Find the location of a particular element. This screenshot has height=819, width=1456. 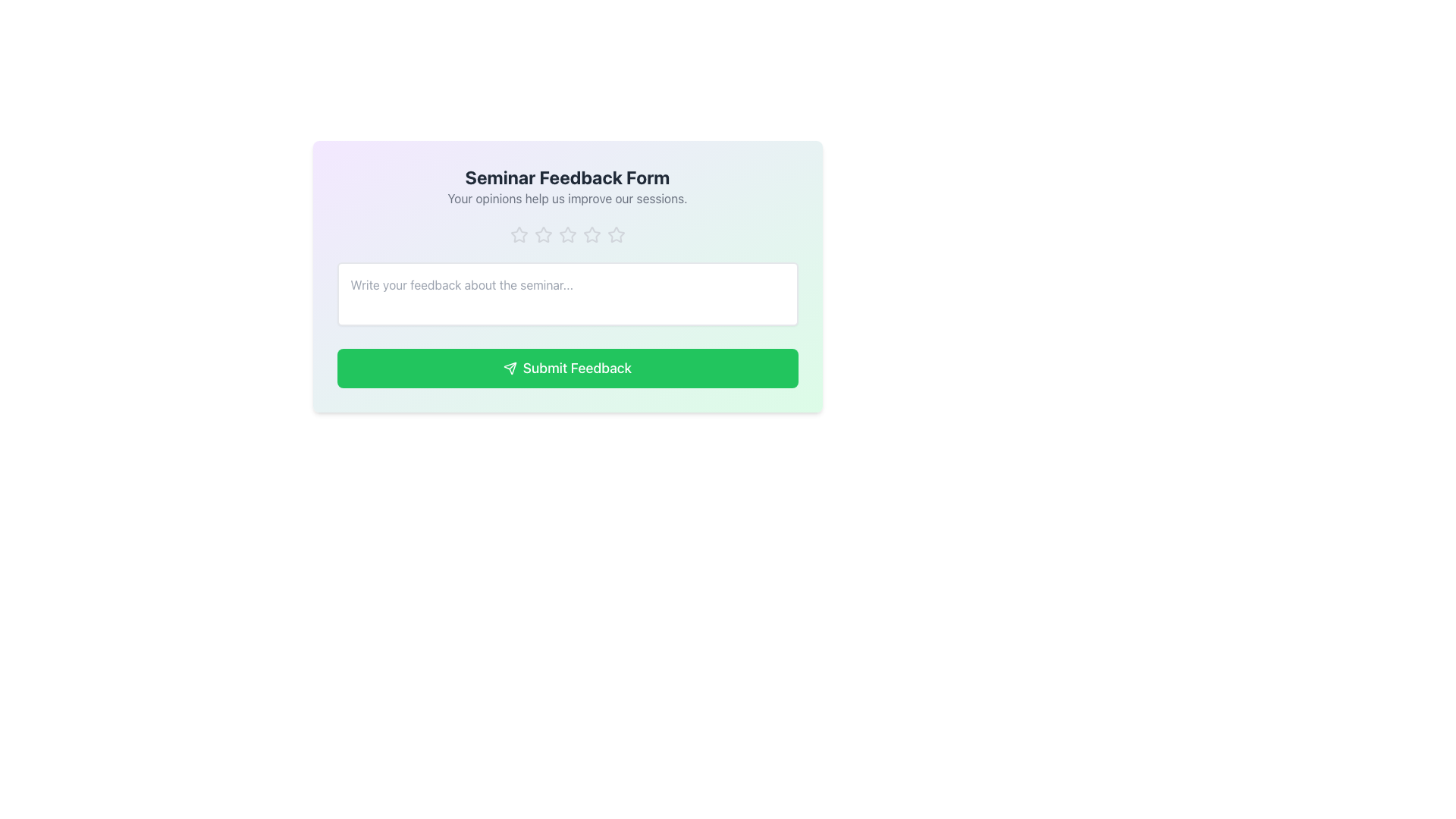

the first star icon button, which represents the rating system, located beneath the 'Your opinions help us improve our sessions' text is located at coordinates (519, 234).